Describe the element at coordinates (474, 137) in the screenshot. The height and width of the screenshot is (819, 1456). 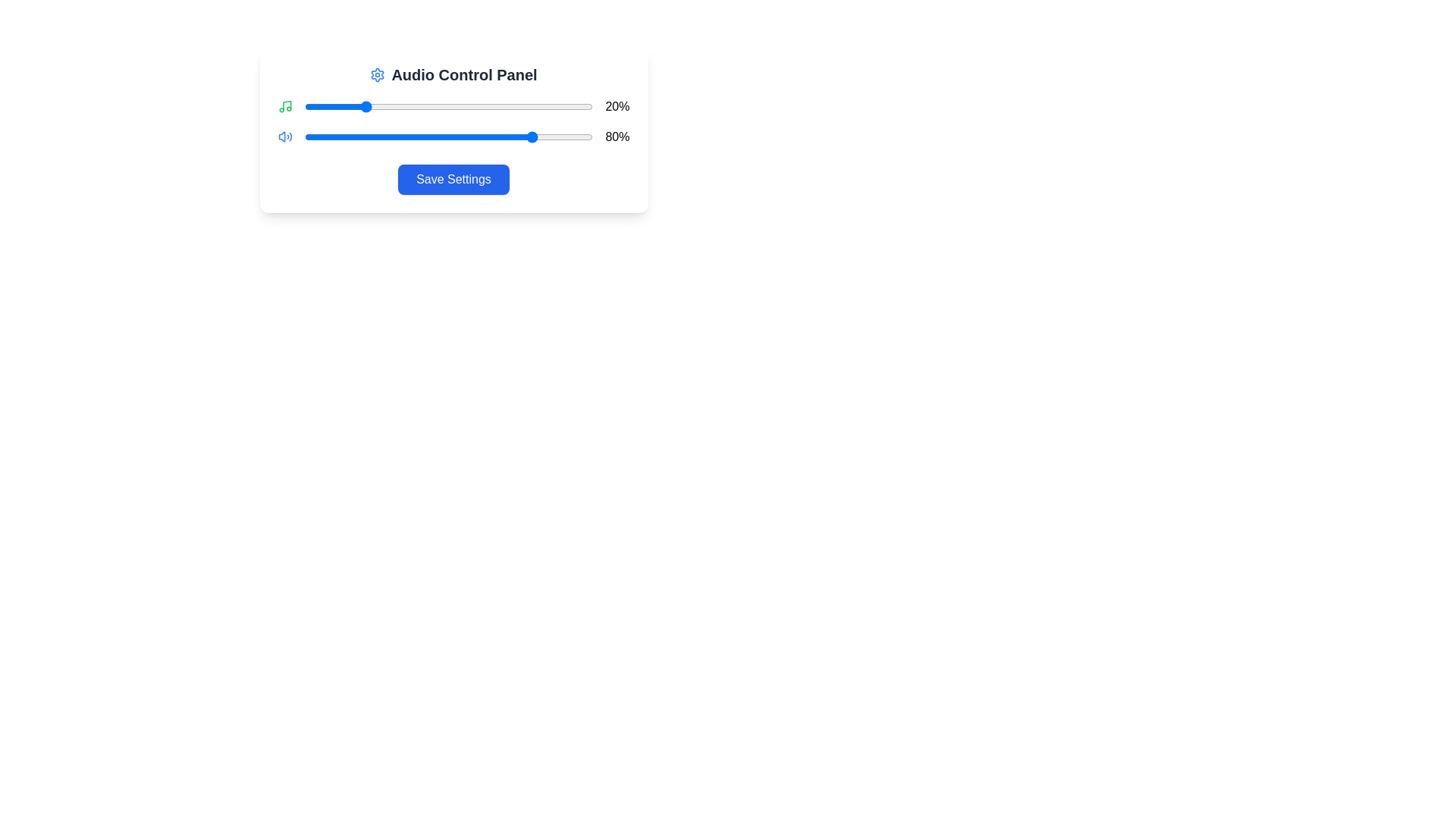
I see `the second volume slider to 59%` at that location.